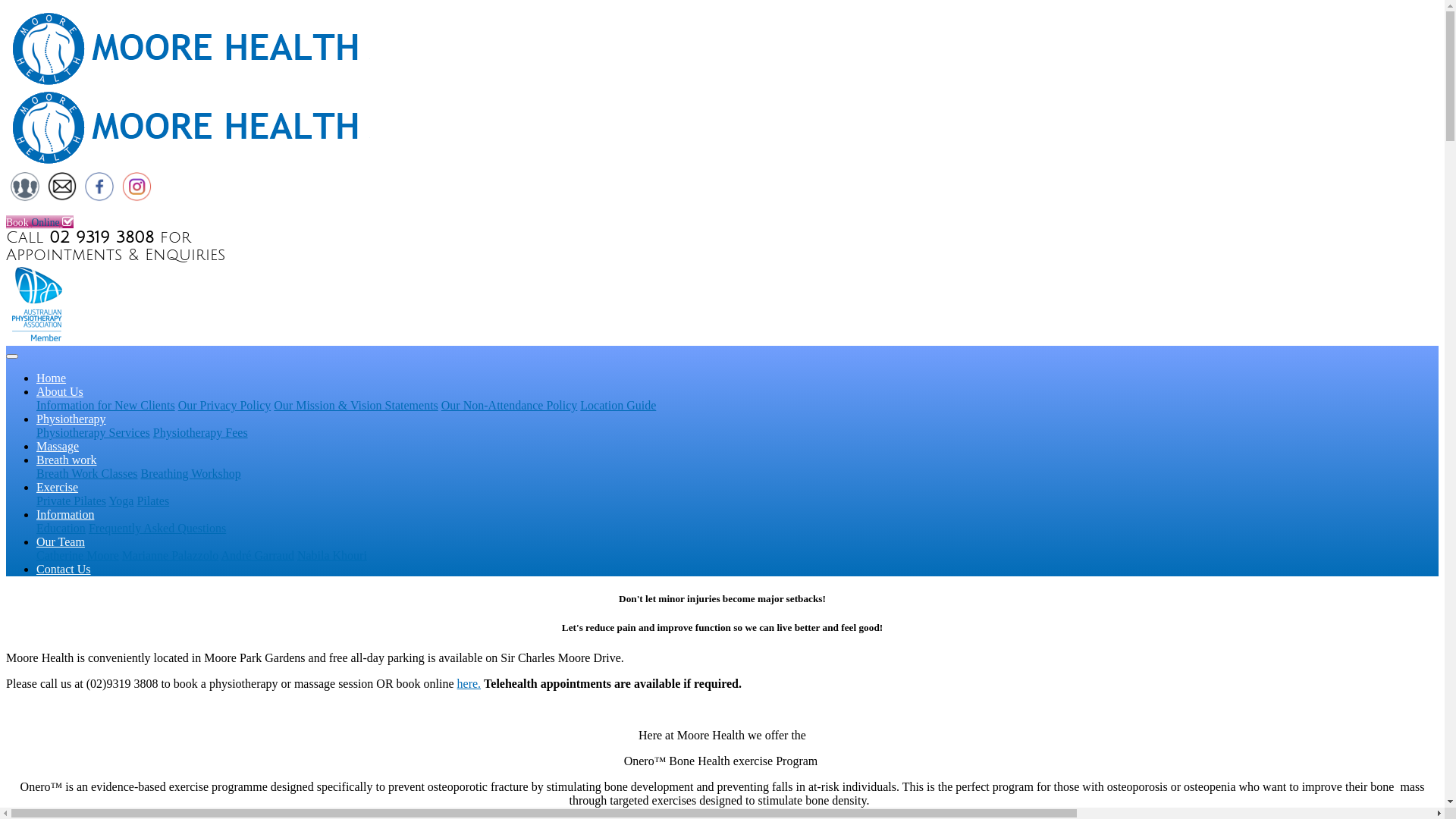  What do you see at coordinates (297, 555) in the screenshot?
I see `'Nabila Khouri'` at bounding box center [297, 555].